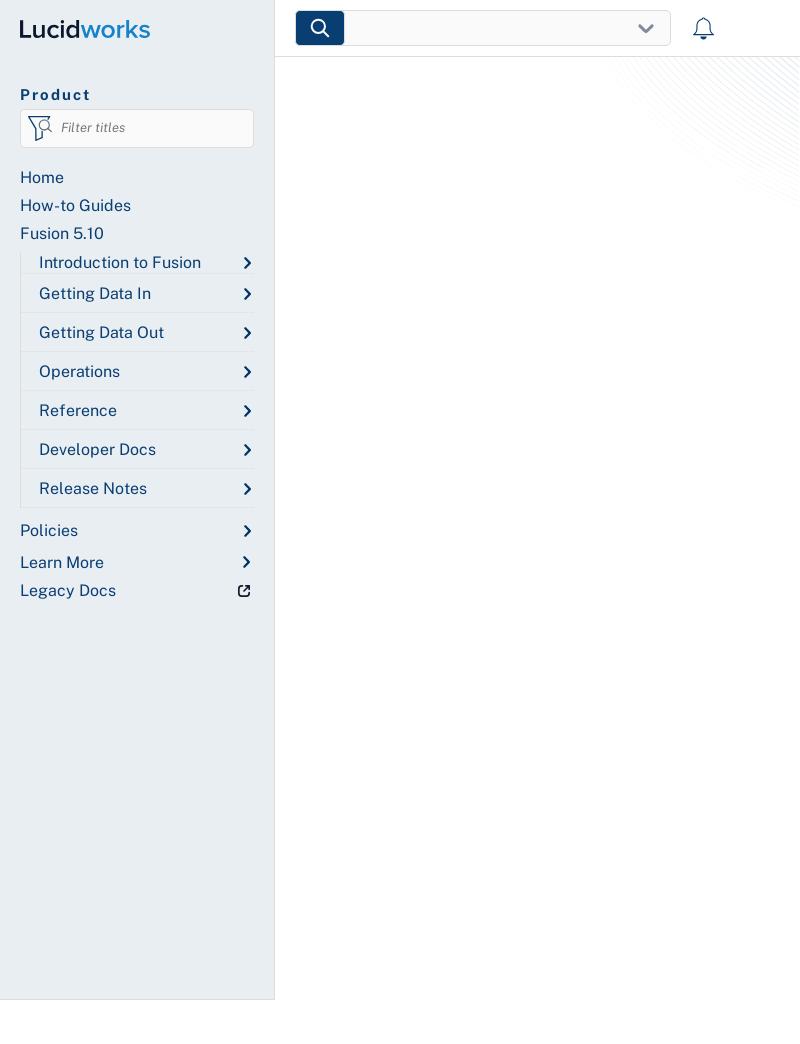  What do you see at coordinates (61, 233) in the screenshot?
I see `'Fusion 5.10'` at bounding box center [61, 233].